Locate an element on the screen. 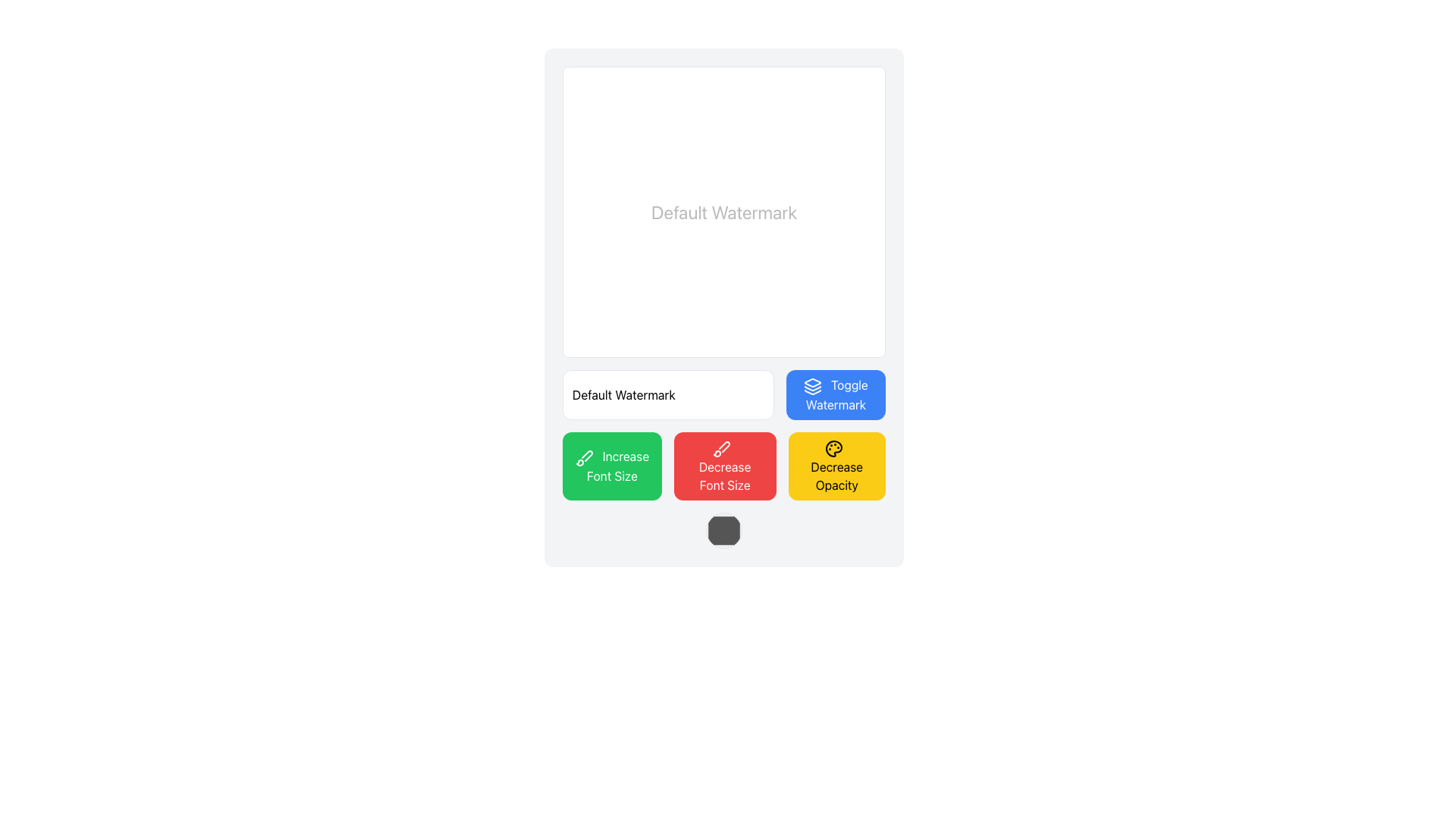  the small circular Color input button with a dark gray fill located below the font size and opacity buttons is located at coordinates (723, 529).